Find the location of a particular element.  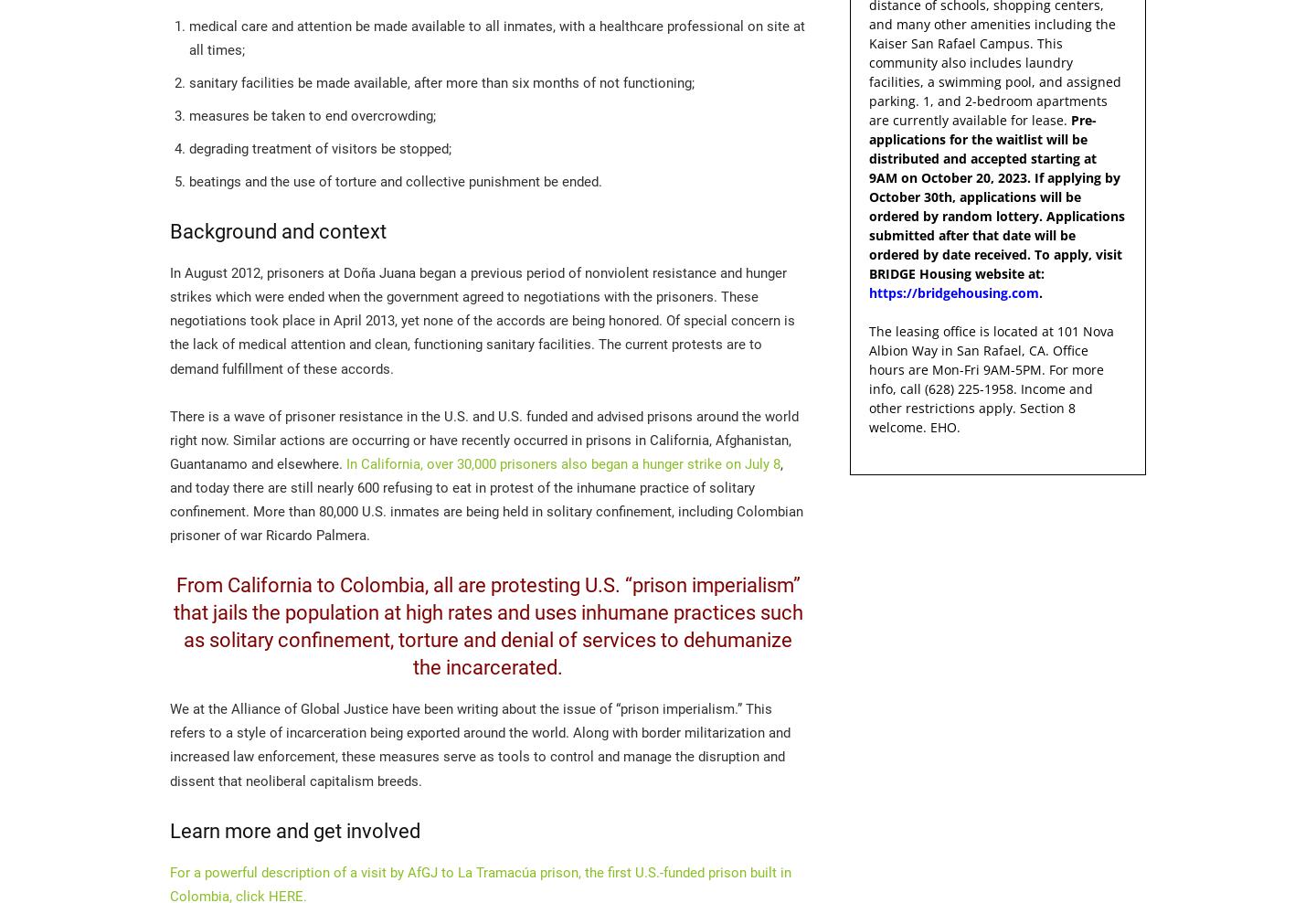

'Pre-applications for the waitlist will be distributed and accepted starting at 9AM on October 20, 2023. If applying by October 30th, applications will be ordered by random lottery. Applications submitted after that date will be ordered by date received. To apply, visit BRIDGE Housing website at:' is located at coordinates (868, 197).